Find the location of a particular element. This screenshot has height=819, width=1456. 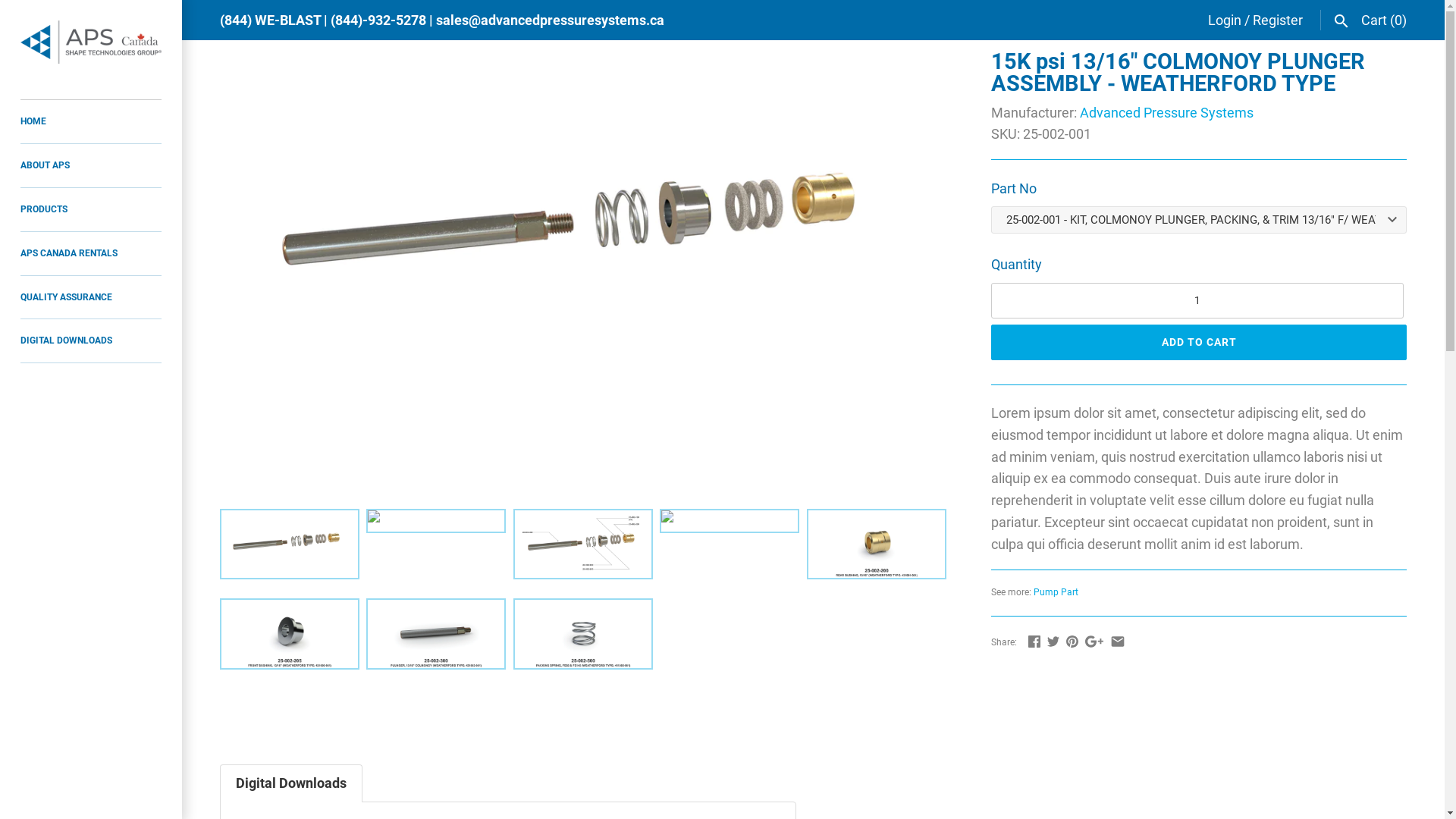

'APS CANADA RENTALS' is located at coordinates (90, 253).